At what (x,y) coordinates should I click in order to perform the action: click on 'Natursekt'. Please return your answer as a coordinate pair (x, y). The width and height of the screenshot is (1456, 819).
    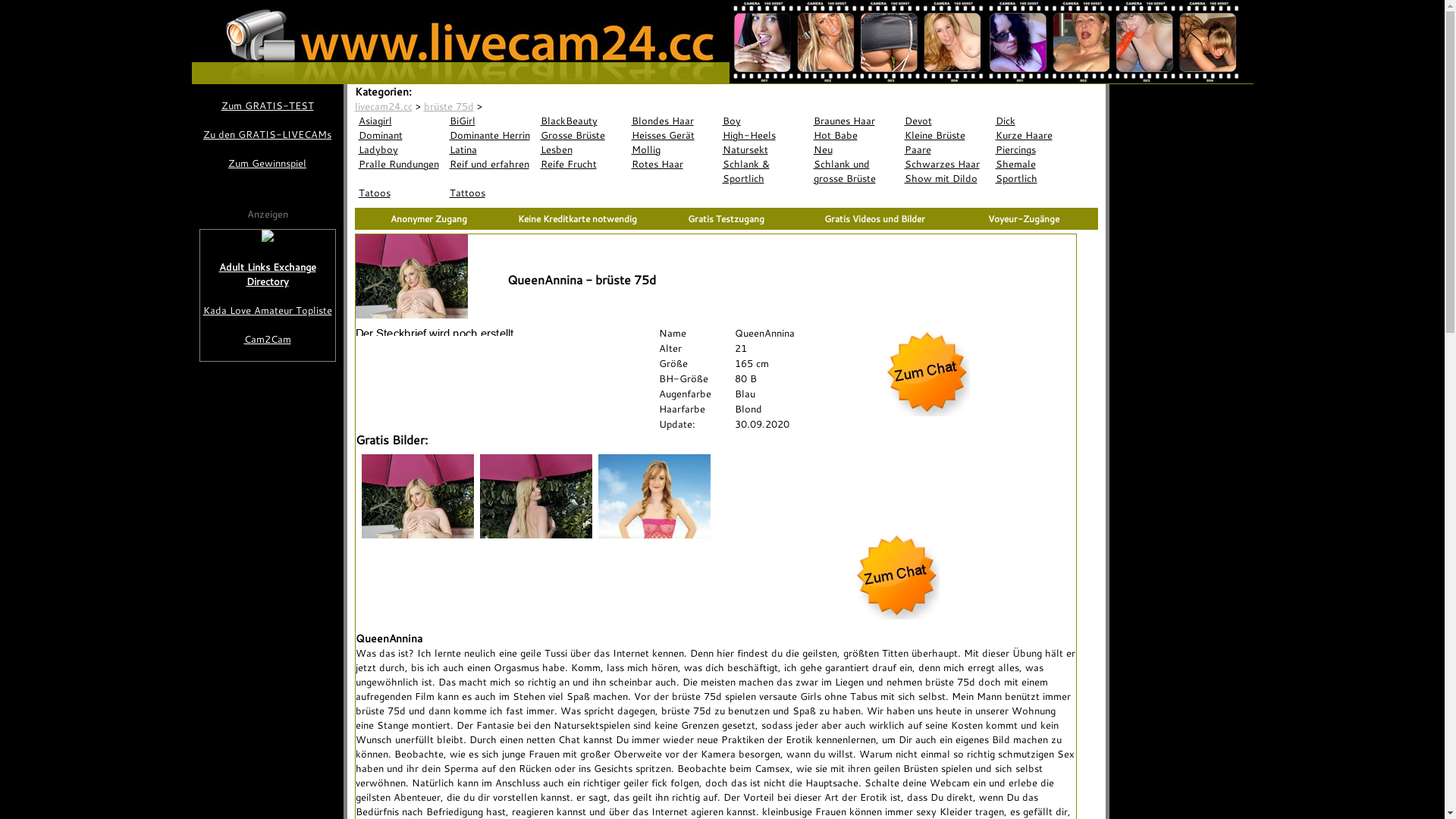
    Looking at the image, I should click on (764, 149).